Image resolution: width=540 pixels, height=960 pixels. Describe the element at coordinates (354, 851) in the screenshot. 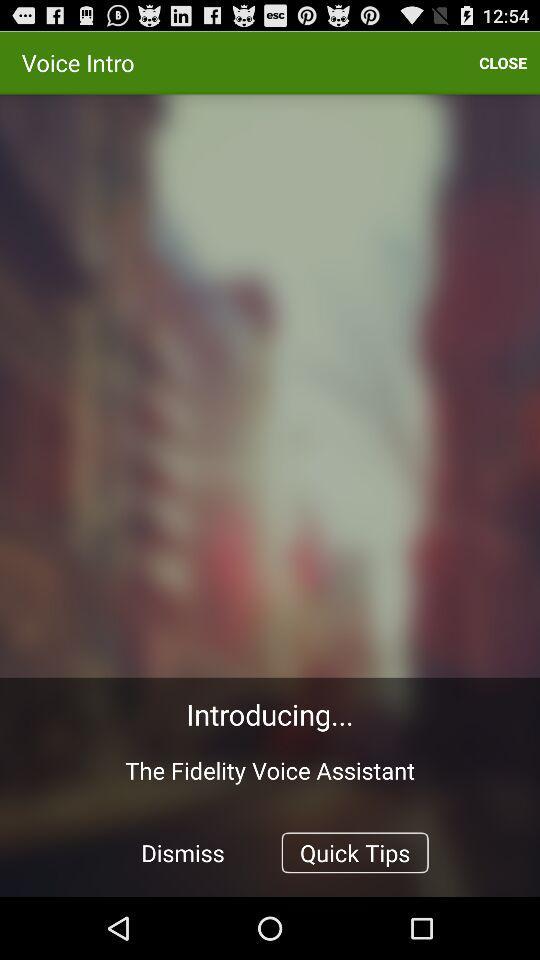

I see `the quick tips button` at that location.